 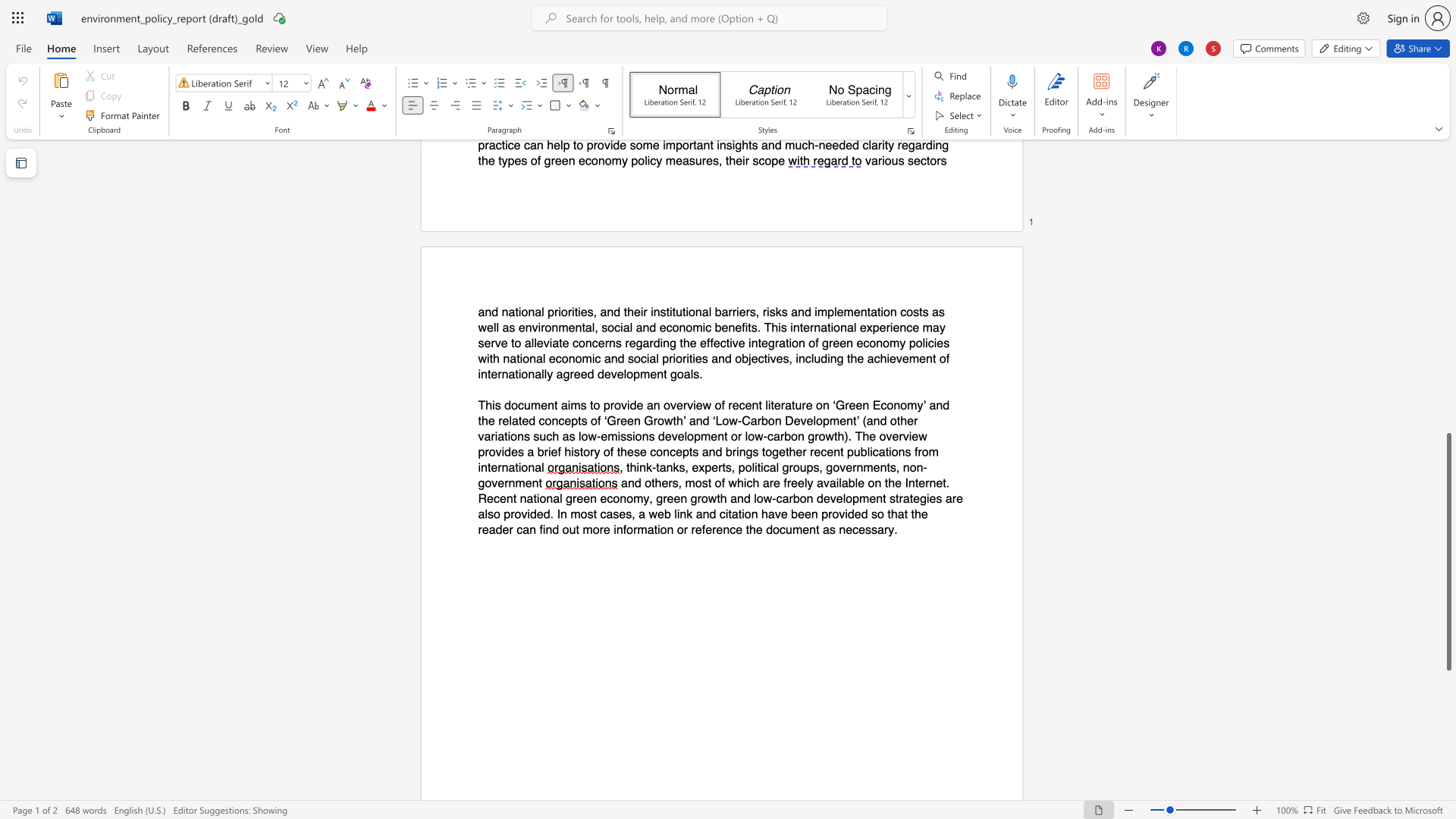 What do you see at coordinates (1448, 227) in the screenshot?
I see `the scrollbar on the right to move the page upward` at bounding box center [1448, 227].